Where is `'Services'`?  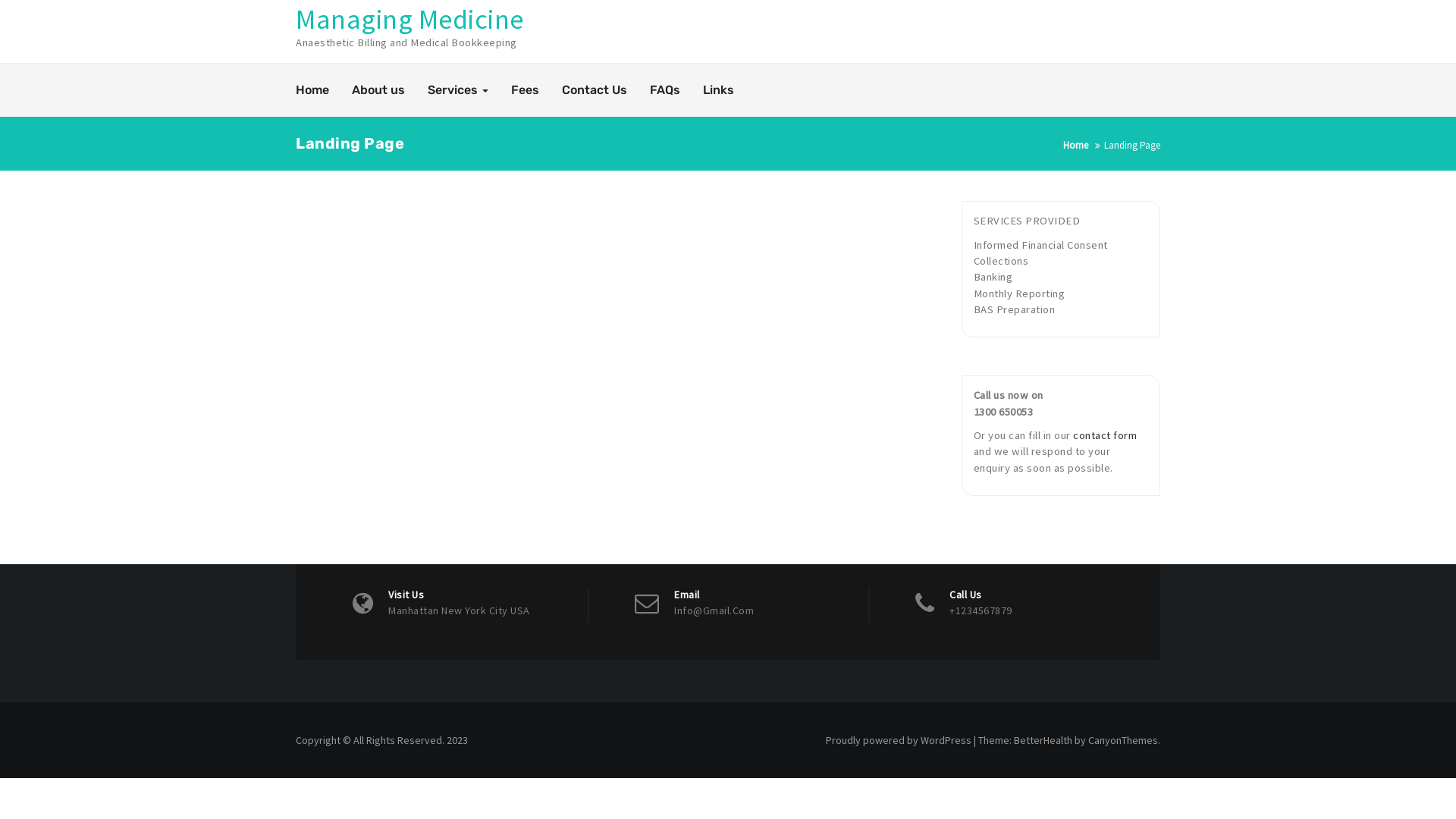 'Services' is located at coordinates (457, 90).